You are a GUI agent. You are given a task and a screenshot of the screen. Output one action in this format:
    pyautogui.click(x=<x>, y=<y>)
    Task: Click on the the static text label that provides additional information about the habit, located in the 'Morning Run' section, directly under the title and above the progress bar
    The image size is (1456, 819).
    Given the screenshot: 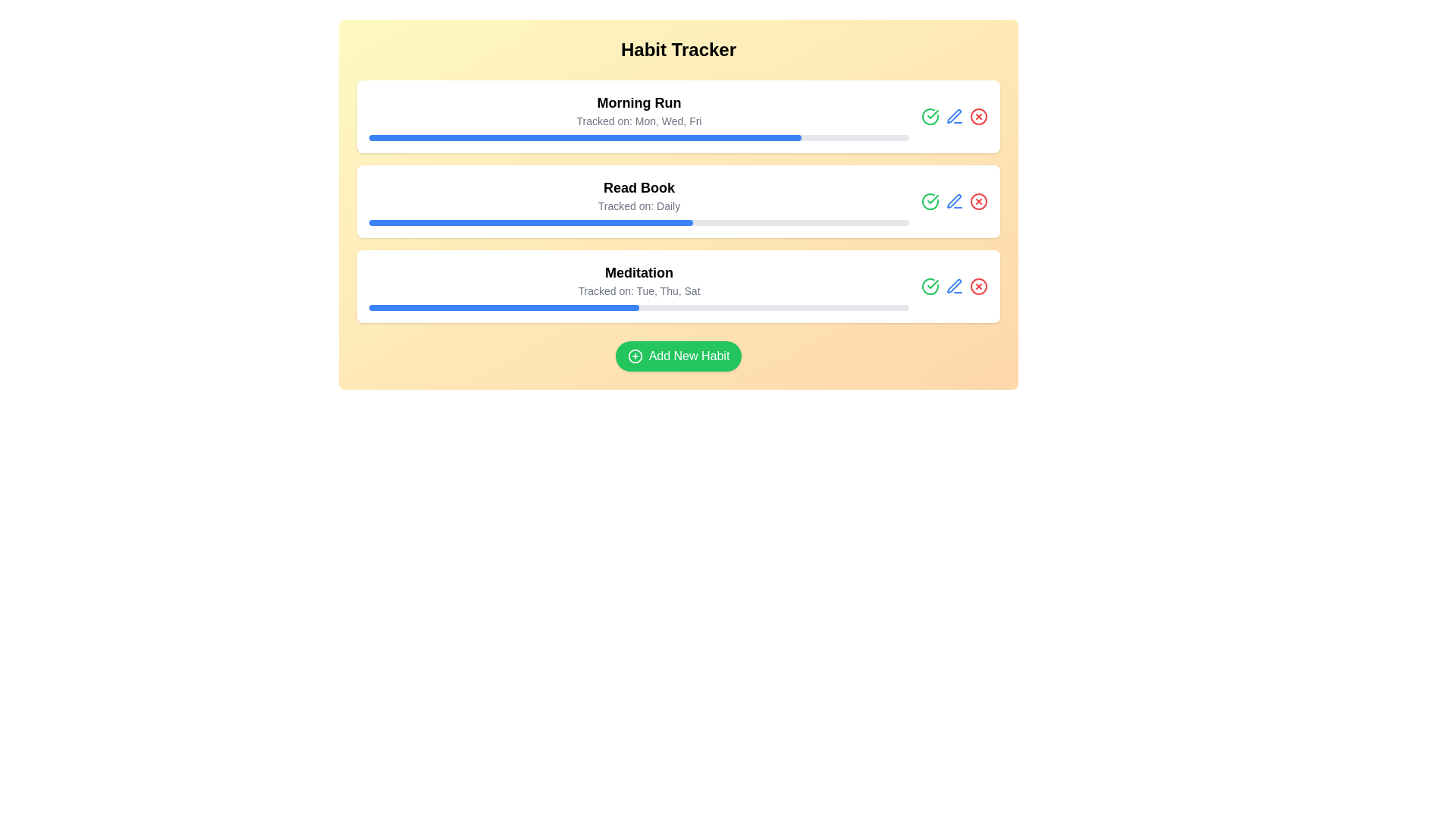 What is the action you would take?
    pyautogui.click(x=639, y=120)
    